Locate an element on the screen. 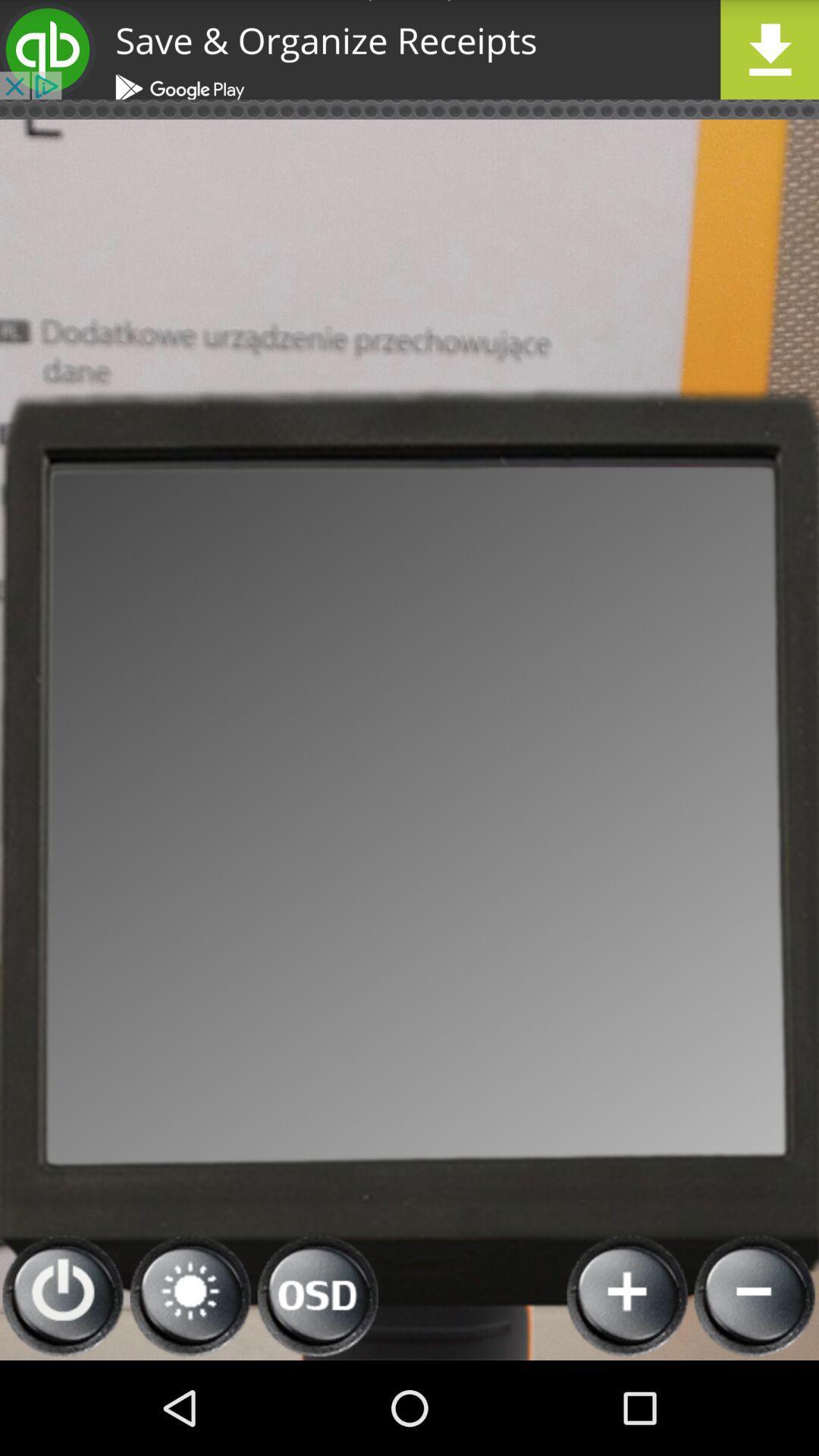  the add icon is located at coordinates (628, 1388).